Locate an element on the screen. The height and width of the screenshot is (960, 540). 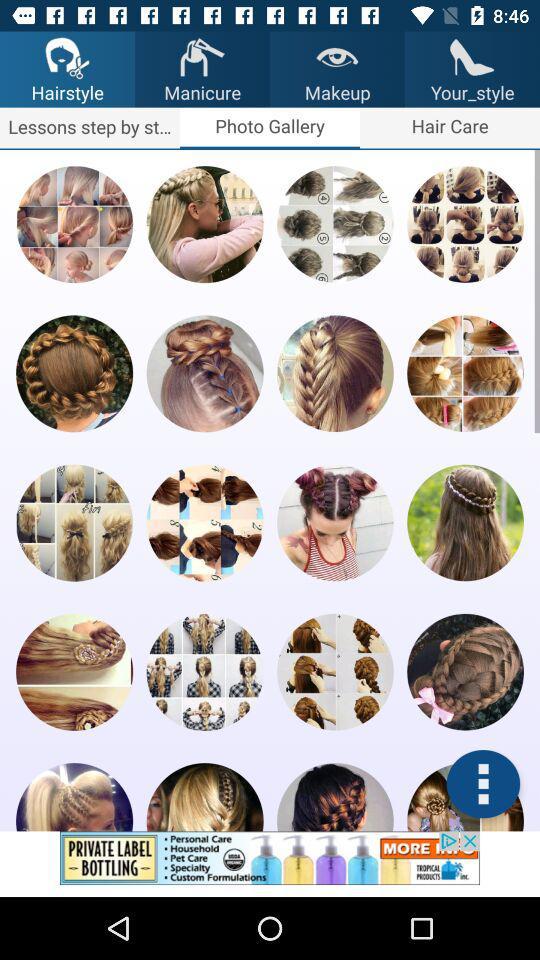
photo app is located at coordinates (465, 521).